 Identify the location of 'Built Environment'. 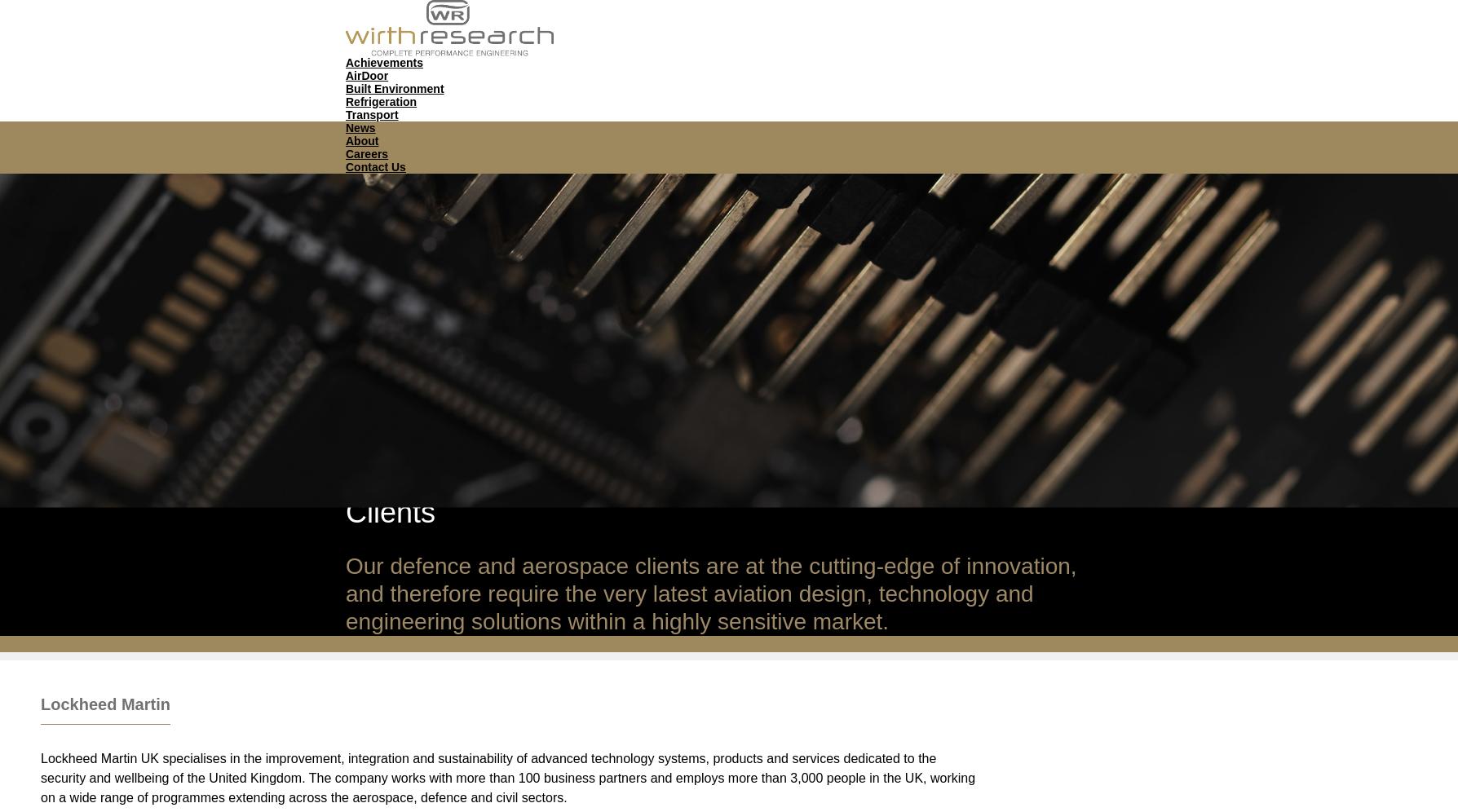
(395, 87).